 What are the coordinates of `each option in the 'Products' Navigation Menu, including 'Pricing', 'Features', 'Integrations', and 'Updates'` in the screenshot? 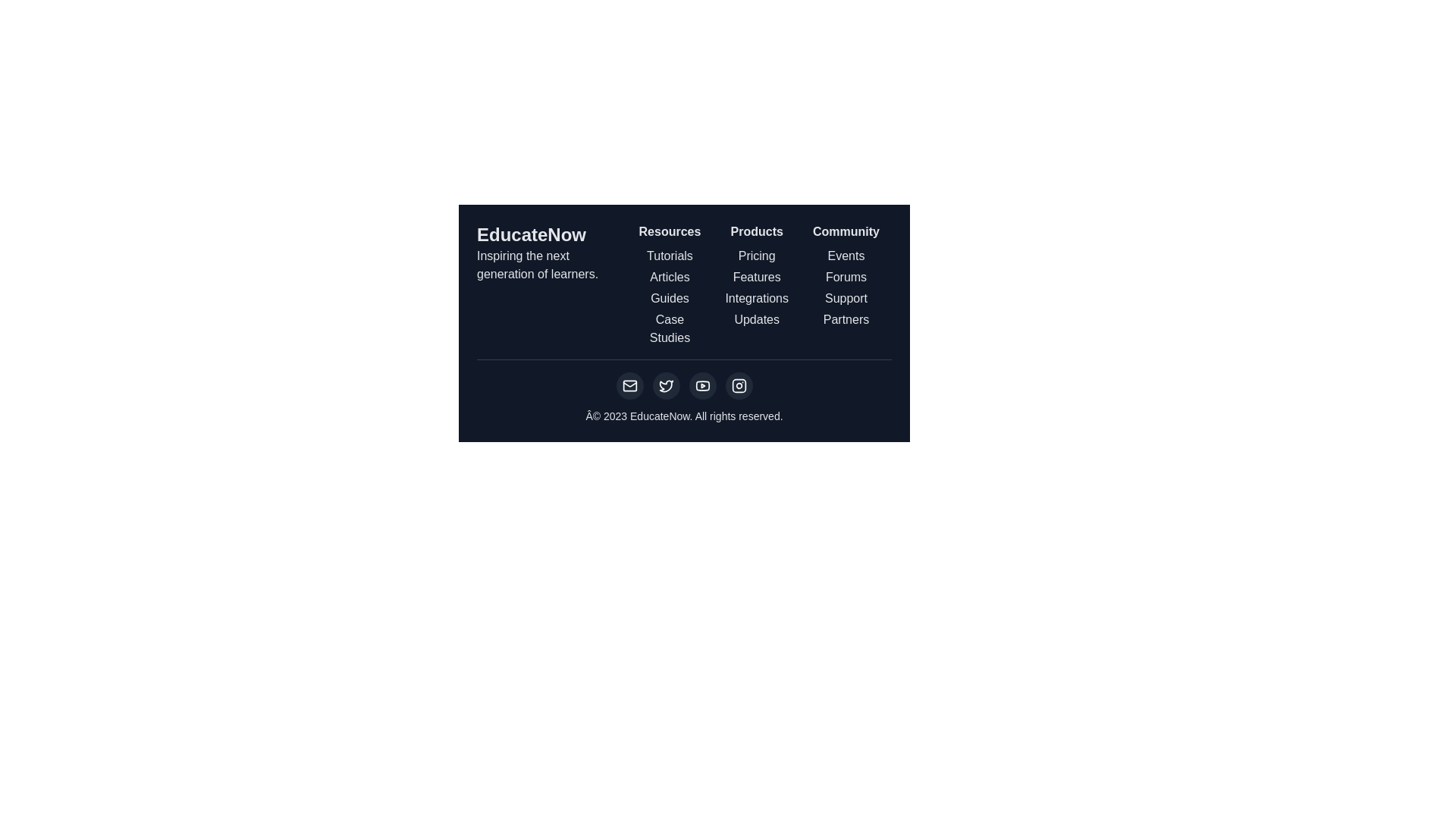 It's located at (757, 284).